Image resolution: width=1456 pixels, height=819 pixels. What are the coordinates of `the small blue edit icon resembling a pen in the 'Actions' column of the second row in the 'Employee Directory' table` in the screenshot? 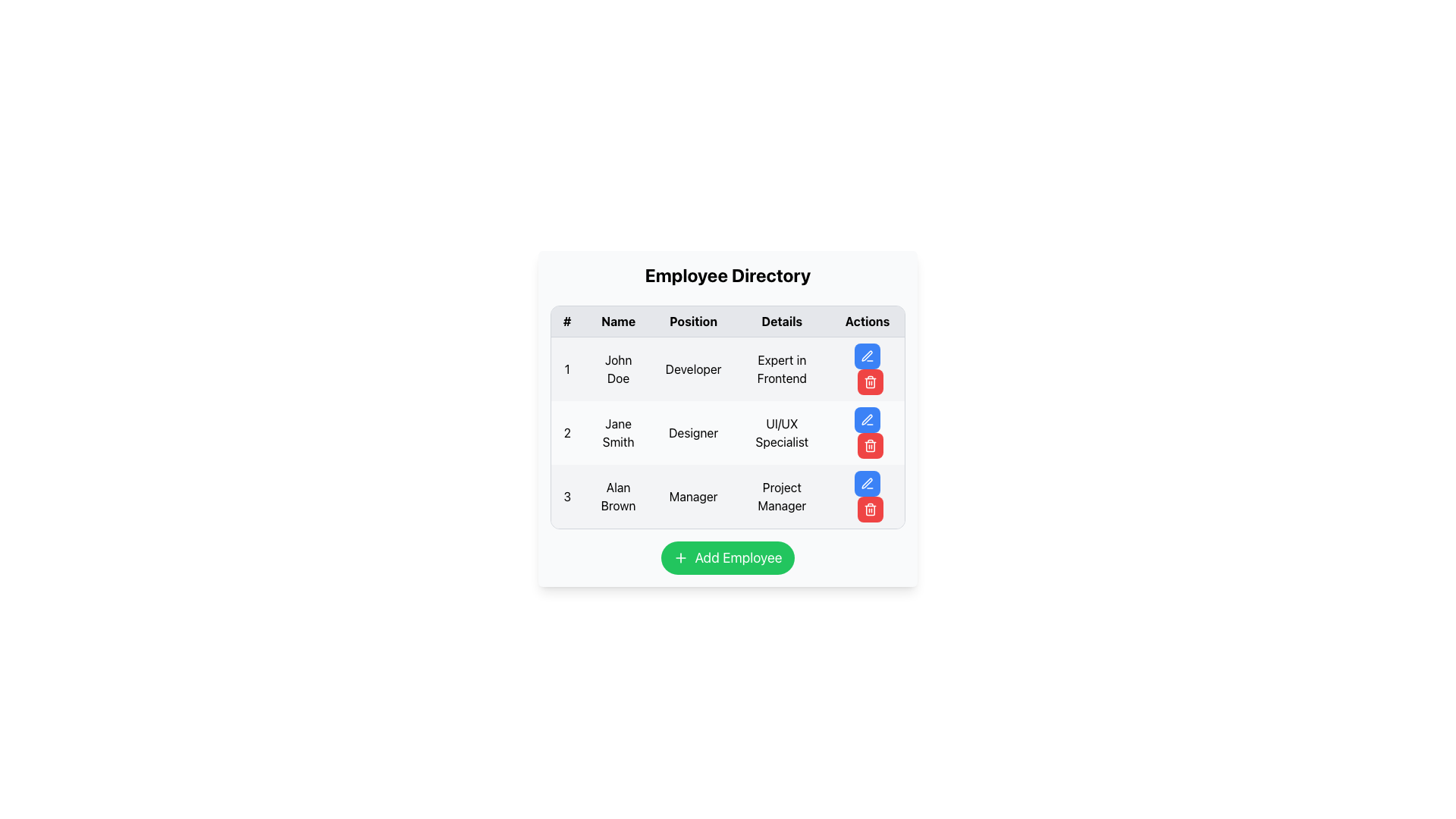 It's located at (868, 420).